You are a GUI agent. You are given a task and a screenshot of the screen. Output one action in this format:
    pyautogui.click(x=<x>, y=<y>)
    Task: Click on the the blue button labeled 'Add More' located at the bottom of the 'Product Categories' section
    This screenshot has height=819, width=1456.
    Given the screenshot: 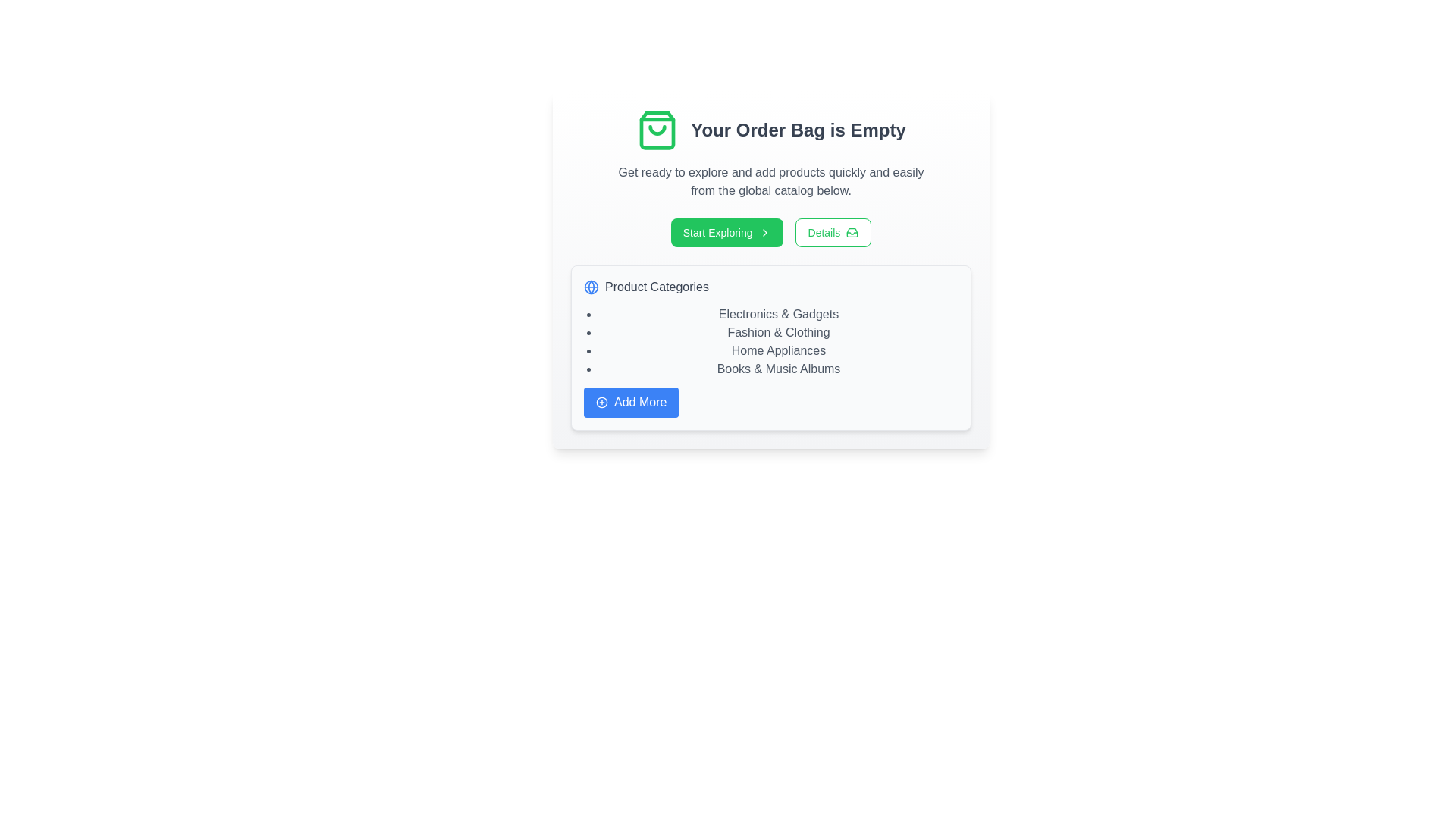 What is the action you would take?
    pyautogui.click(x=631, y=402)
    